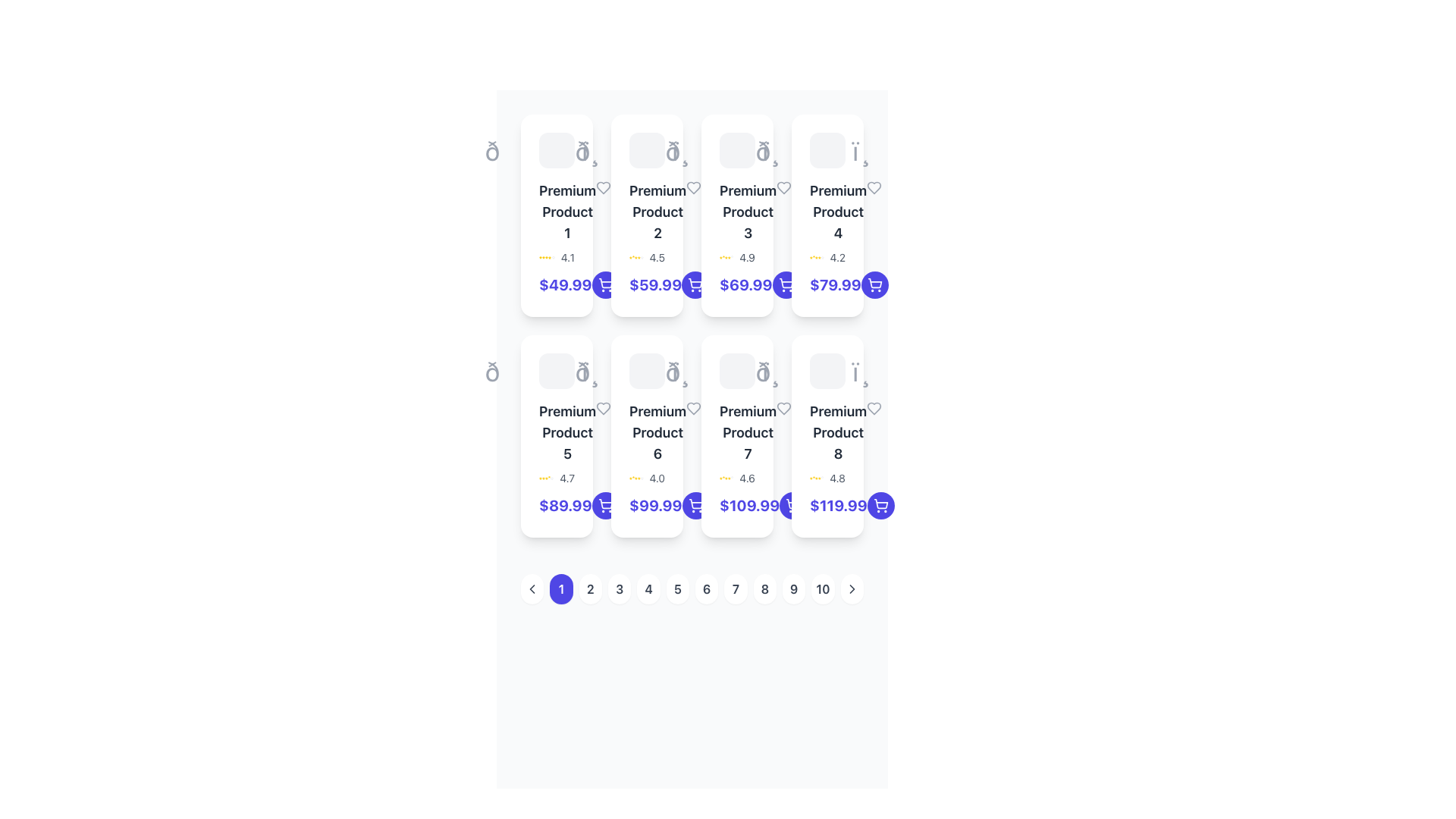 This screenshot has height=819, width=1456. What do you see at coordinates (543, 479) in the screenshot?
I see `the yellow star icon, which is the second star in the rating display below 'Premium Product 5' in the product grid` at bounding box center [543, 479].